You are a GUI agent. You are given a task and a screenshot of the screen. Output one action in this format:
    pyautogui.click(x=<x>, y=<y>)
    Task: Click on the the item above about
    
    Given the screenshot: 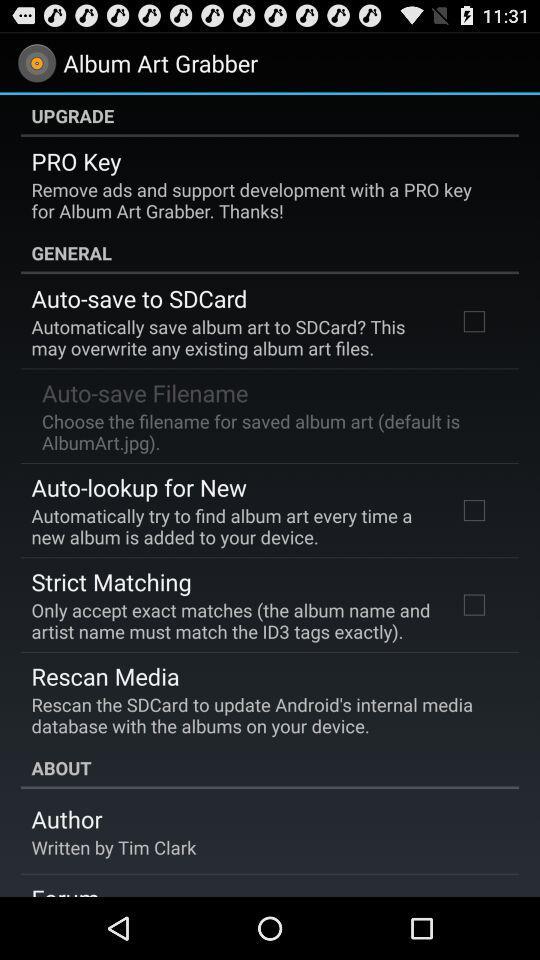 What is the action you would take?
    pyautogui.click(x=263, y=715)
    